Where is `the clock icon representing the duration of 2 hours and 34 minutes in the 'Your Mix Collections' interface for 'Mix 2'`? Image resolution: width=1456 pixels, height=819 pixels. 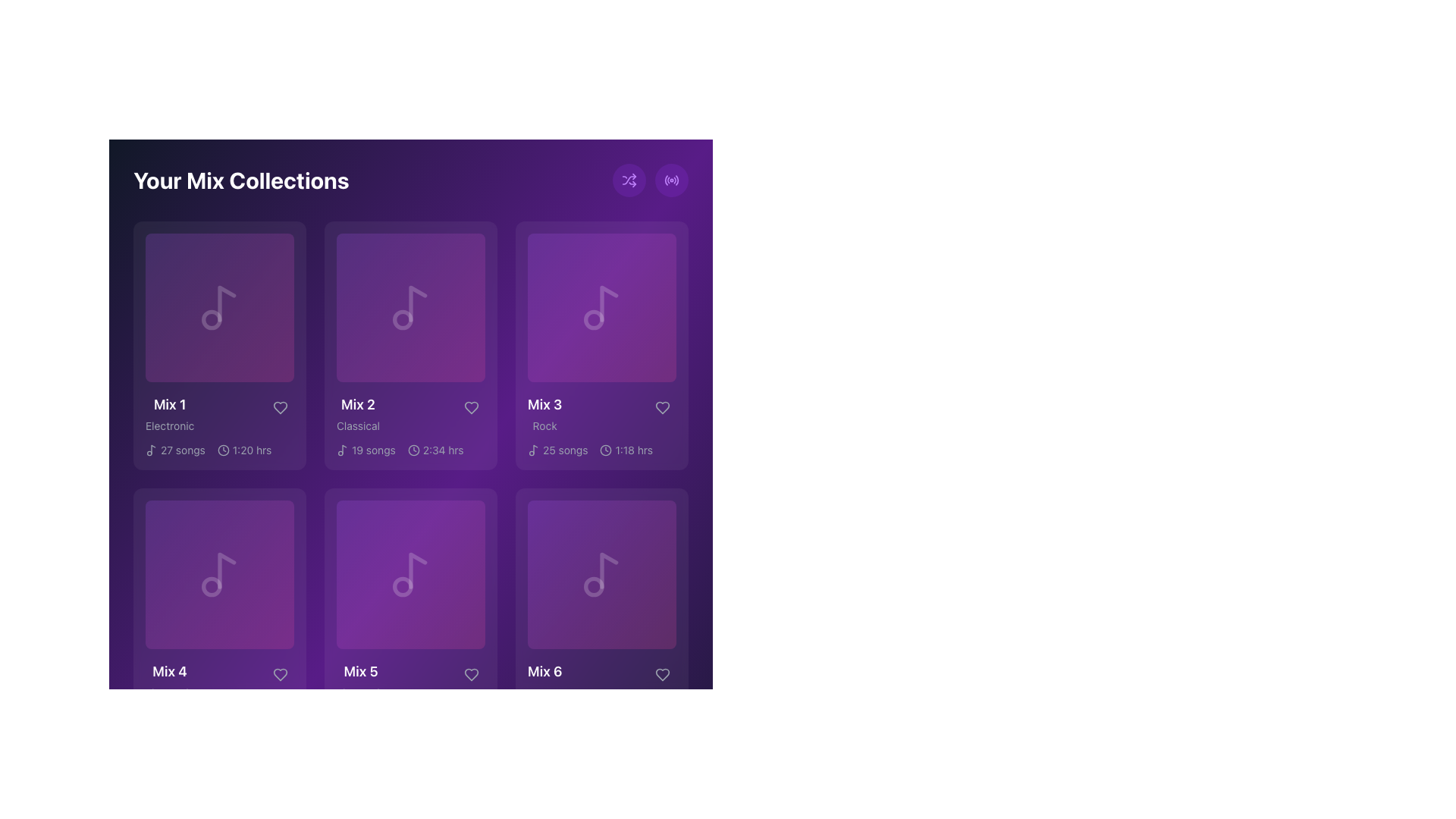
the clock icon representing the duration of 2 hours and 34 minutes in the 'Your Mix Collections' interface for 'Mix 2' is located at coordinates (413, 450).